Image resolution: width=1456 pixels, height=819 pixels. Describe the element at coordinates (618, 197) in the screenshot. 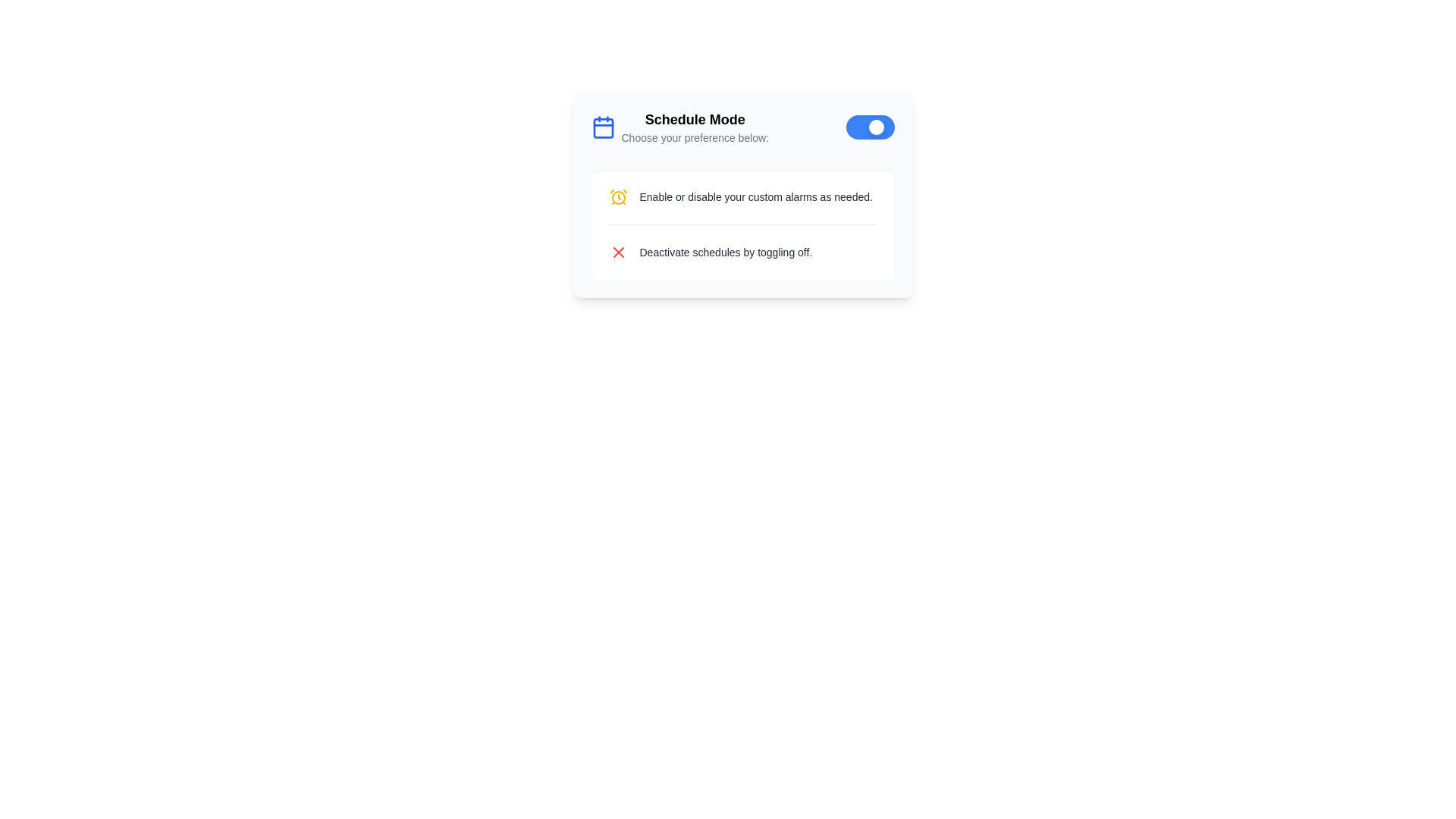

I see `the central iconic circle of the alarm clock icon if it is interactive` at that location.